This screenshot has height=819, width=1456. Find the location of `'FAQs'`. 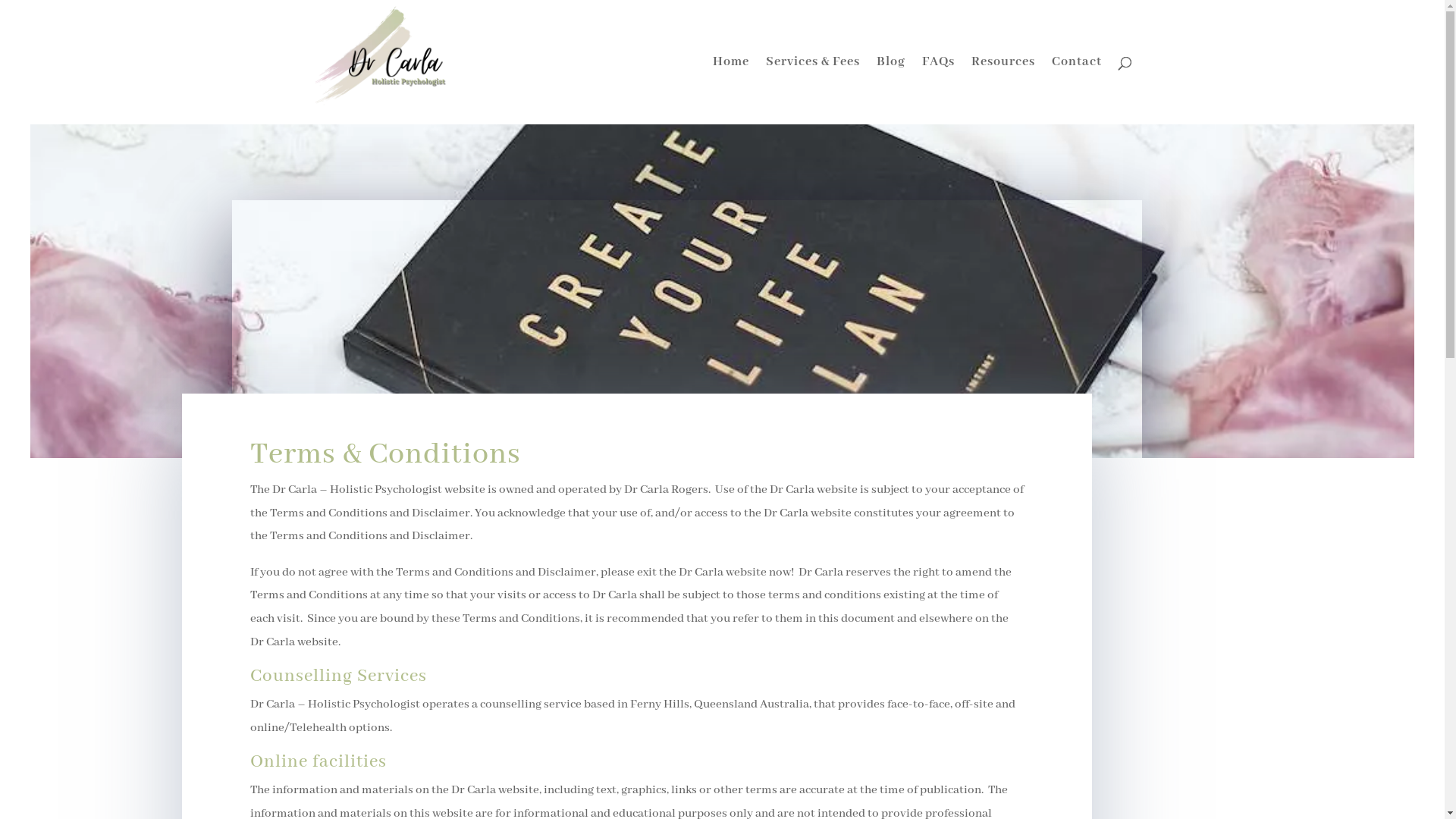

'FAQs' is located at coordinates (937, 90).